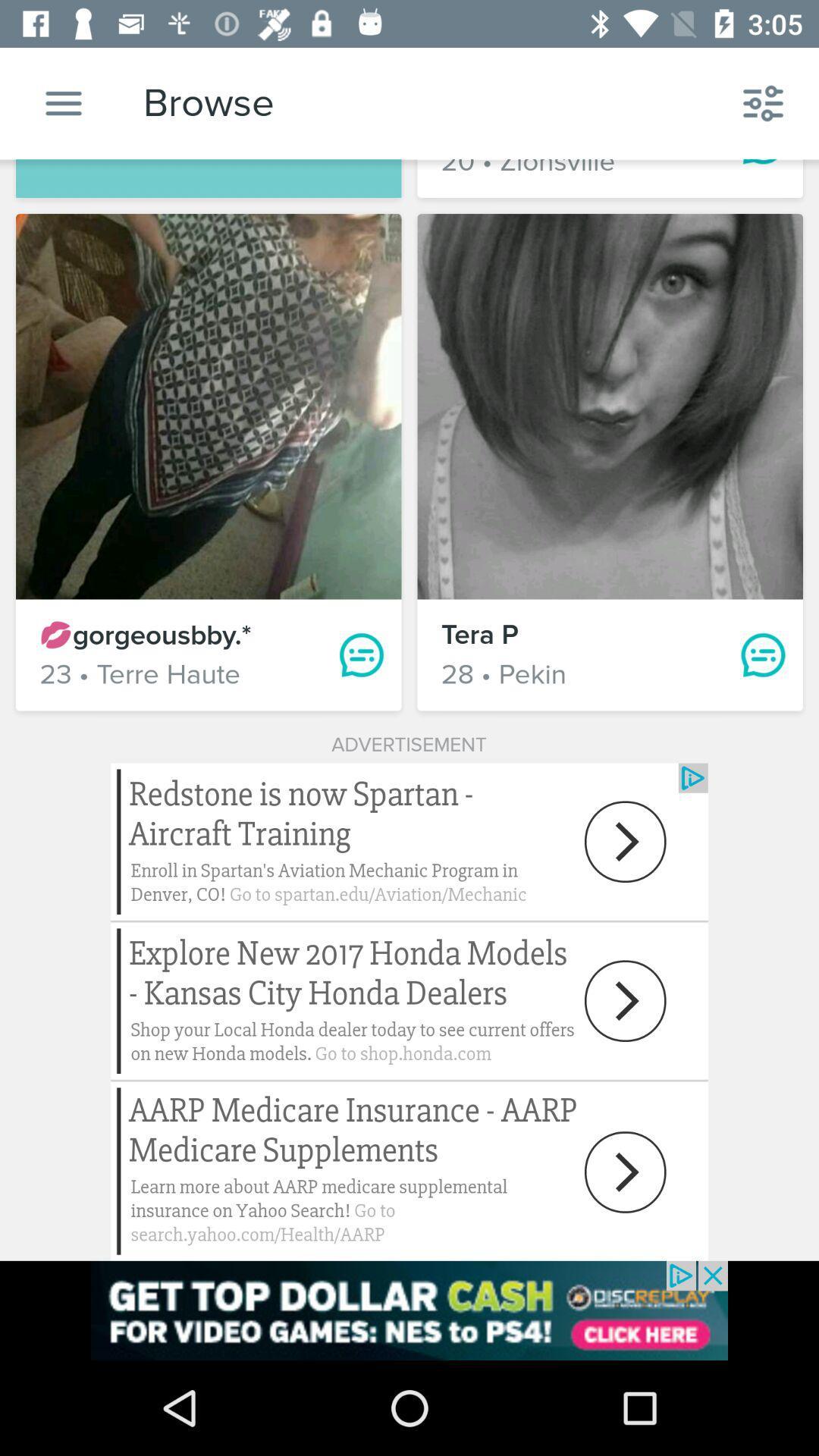  What do you see at coordinates (409, 1012) in the screenshot?
I see `advertisement next` at bounding box center [409, 1012].